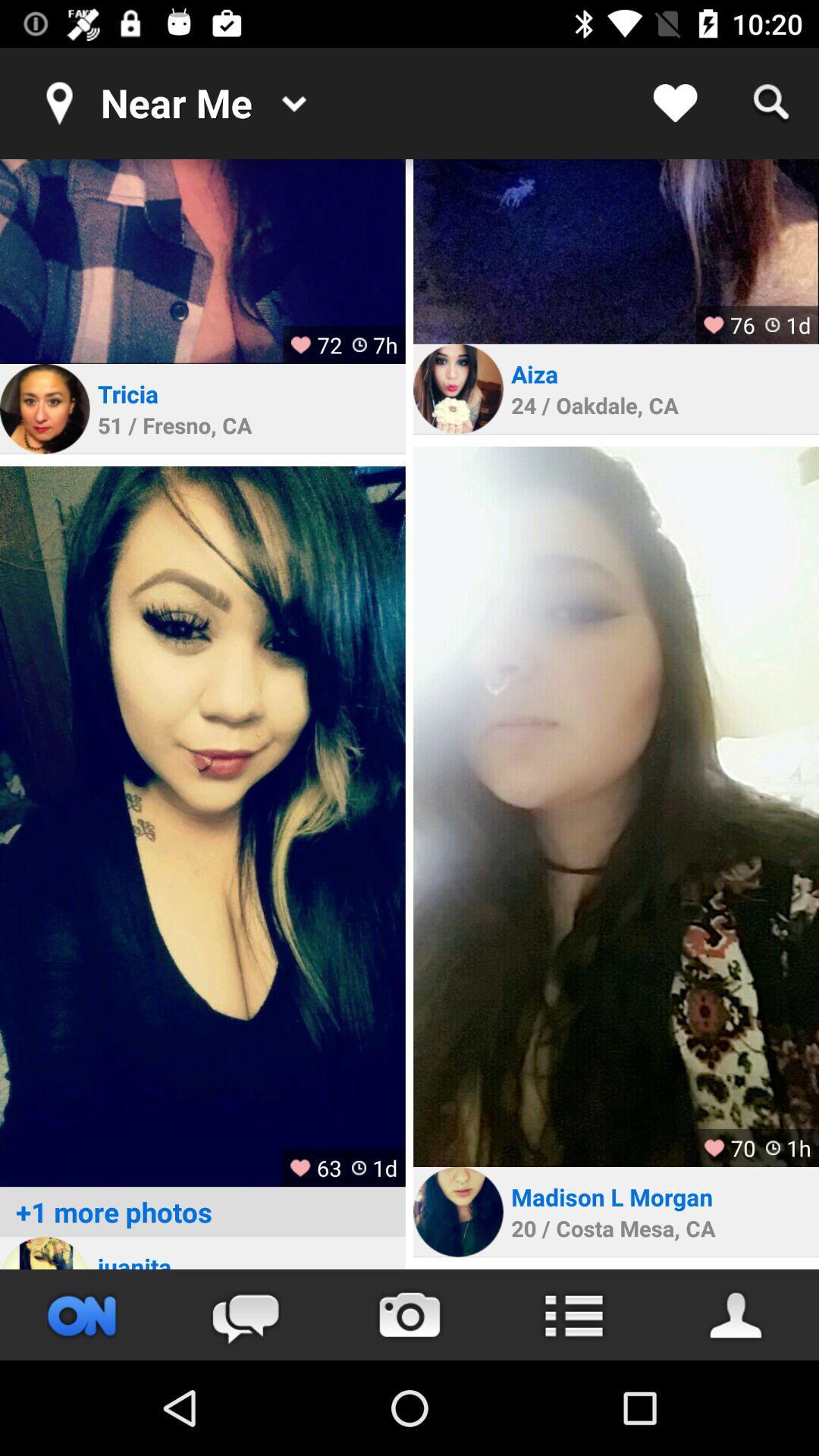 The height and width of the screenshot is (1456, 819). I want to click on advertisement, so click(616, 251).